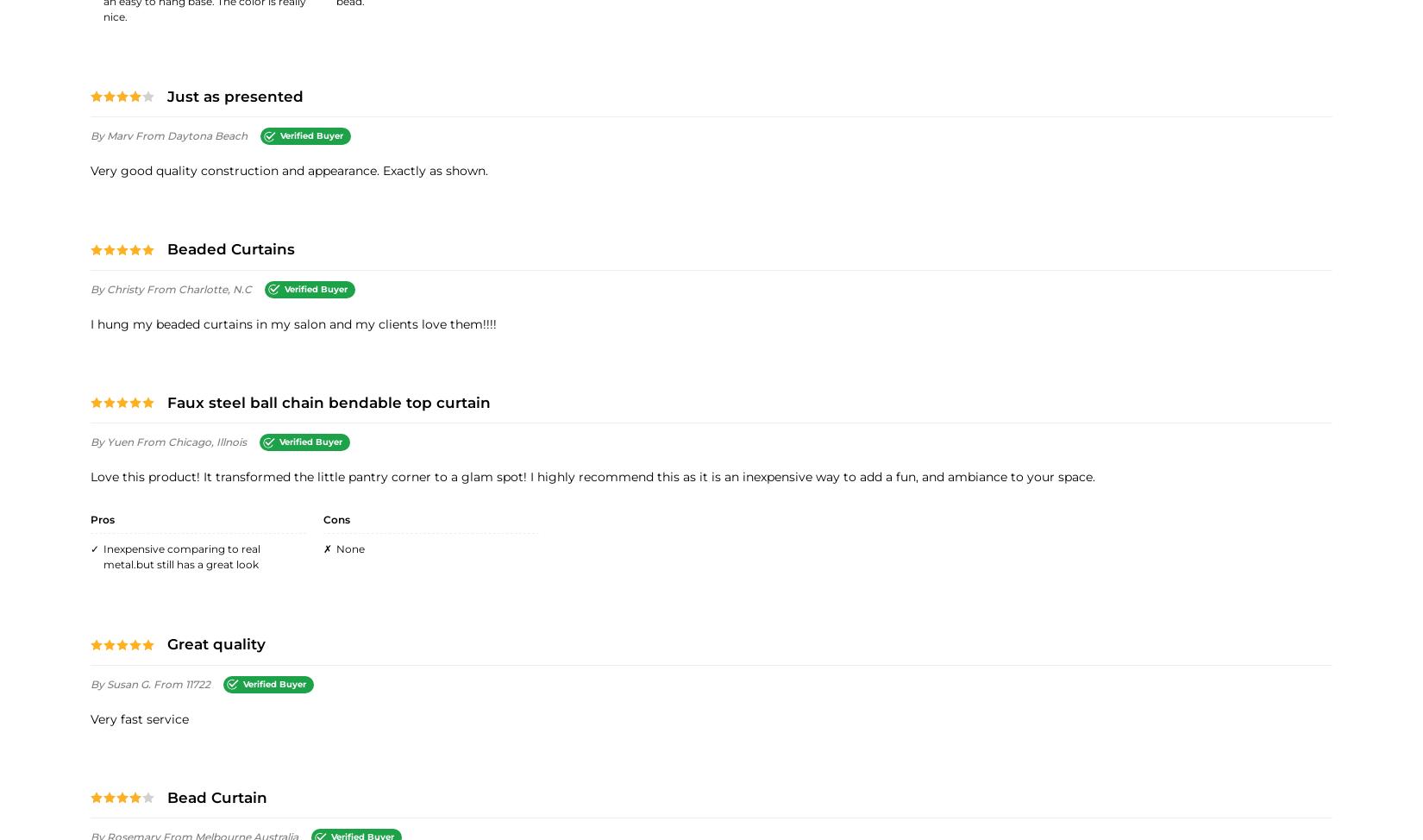 The width and height of the screenshot is (1423, 840). What do you see at coordinates (230, 248) in the screenshot?
I see `'Beaded Curtains'` at bounding box center [230, 248].